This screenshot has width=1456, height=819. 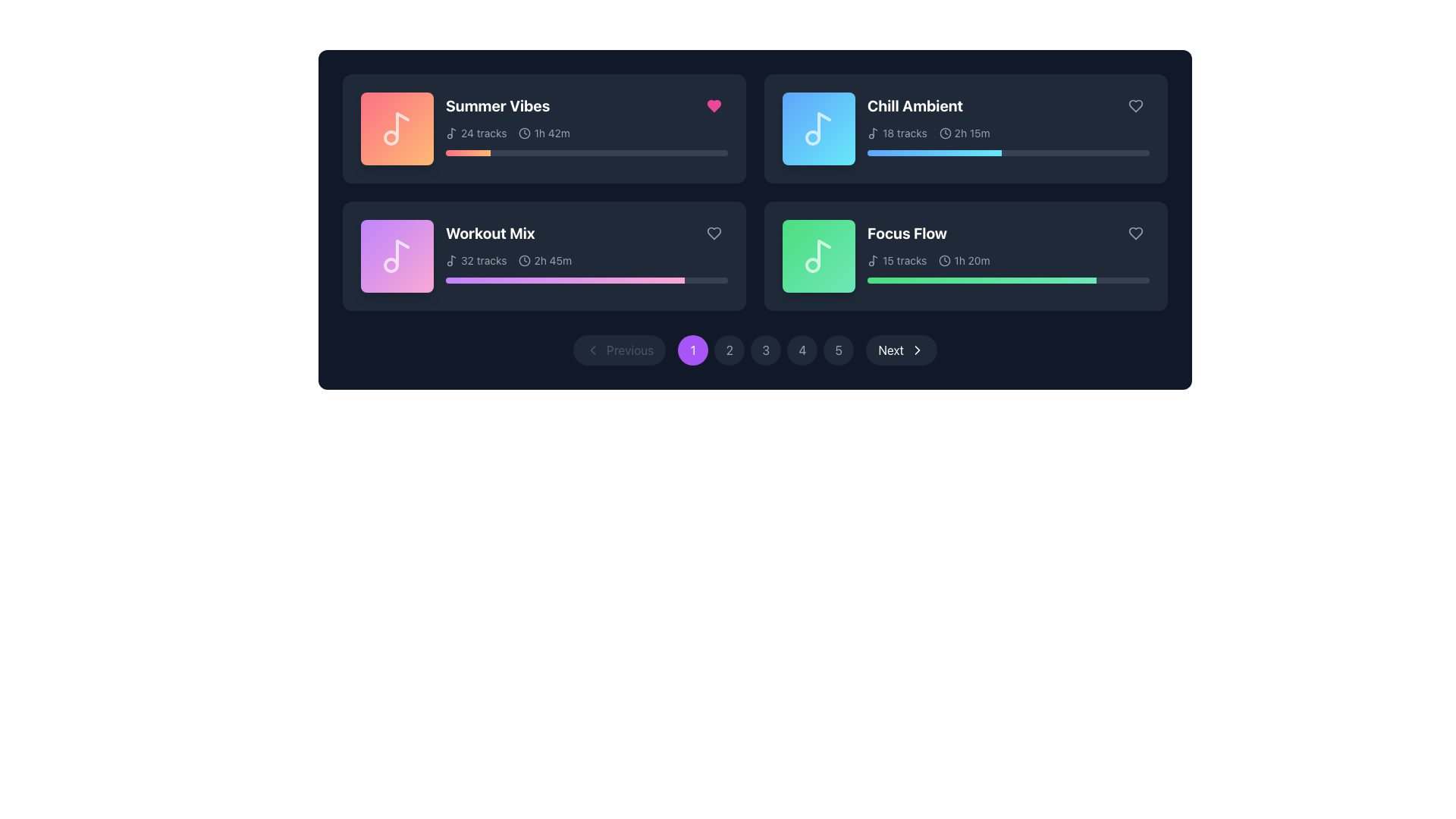 What do you see at coordinates (897, 259) in the screenshot?
I see `displayed information from the text label '15 tracks' accompanied by the music note icon in the bottom right card labeled 'Focus Flow'` at bounding box center [897, 259].